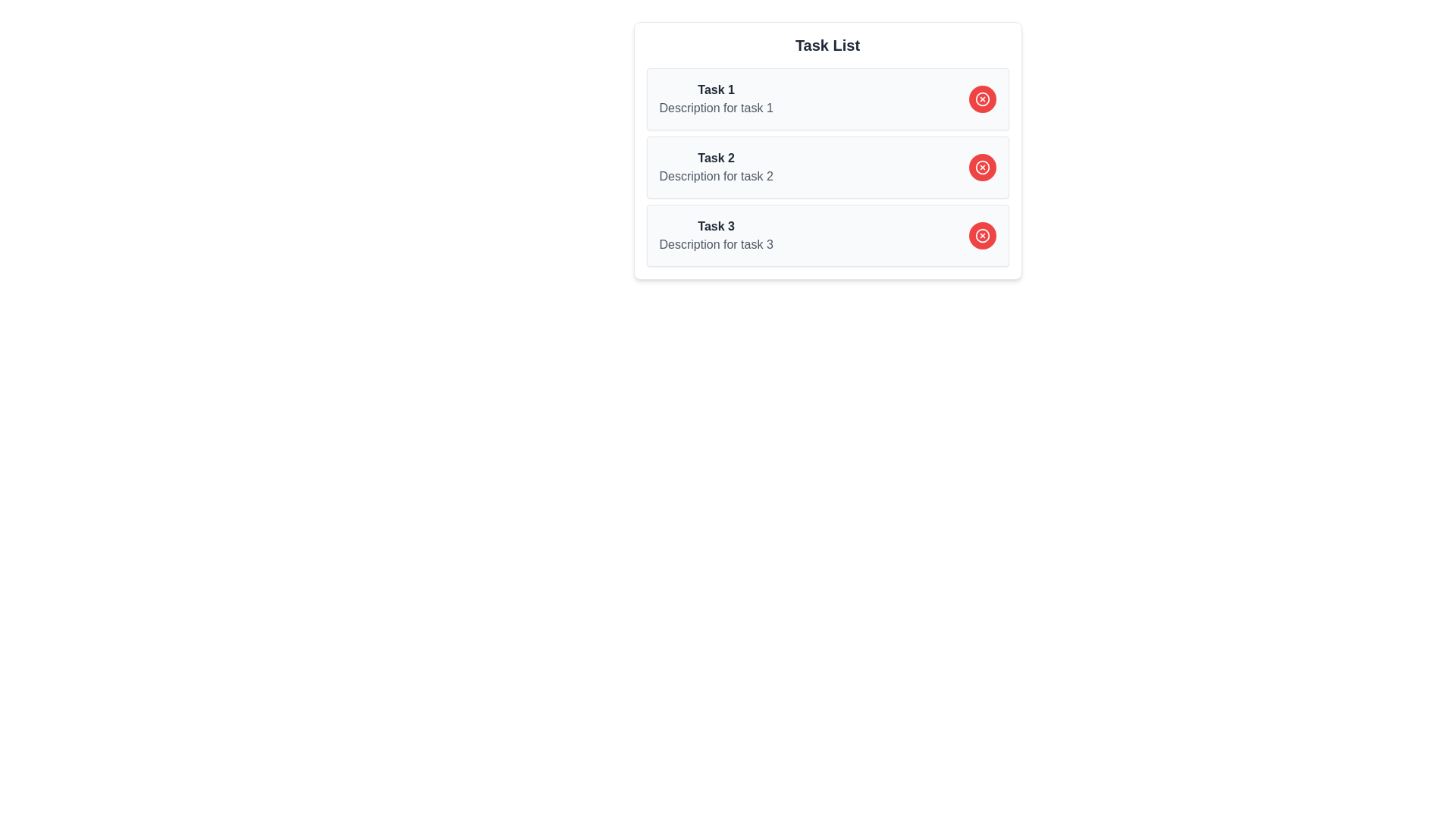 The width and height of the screenshot is (1456, 819). What do you see at coordinates (982, 167) in the screenshot?
I see `the circular red button with a white border and a cross icon, located on the right side of the block labeled 'Task 2' within the second row in the task list, adjacent to the description 'Description for task 2'` at bounding box center [982, 167].